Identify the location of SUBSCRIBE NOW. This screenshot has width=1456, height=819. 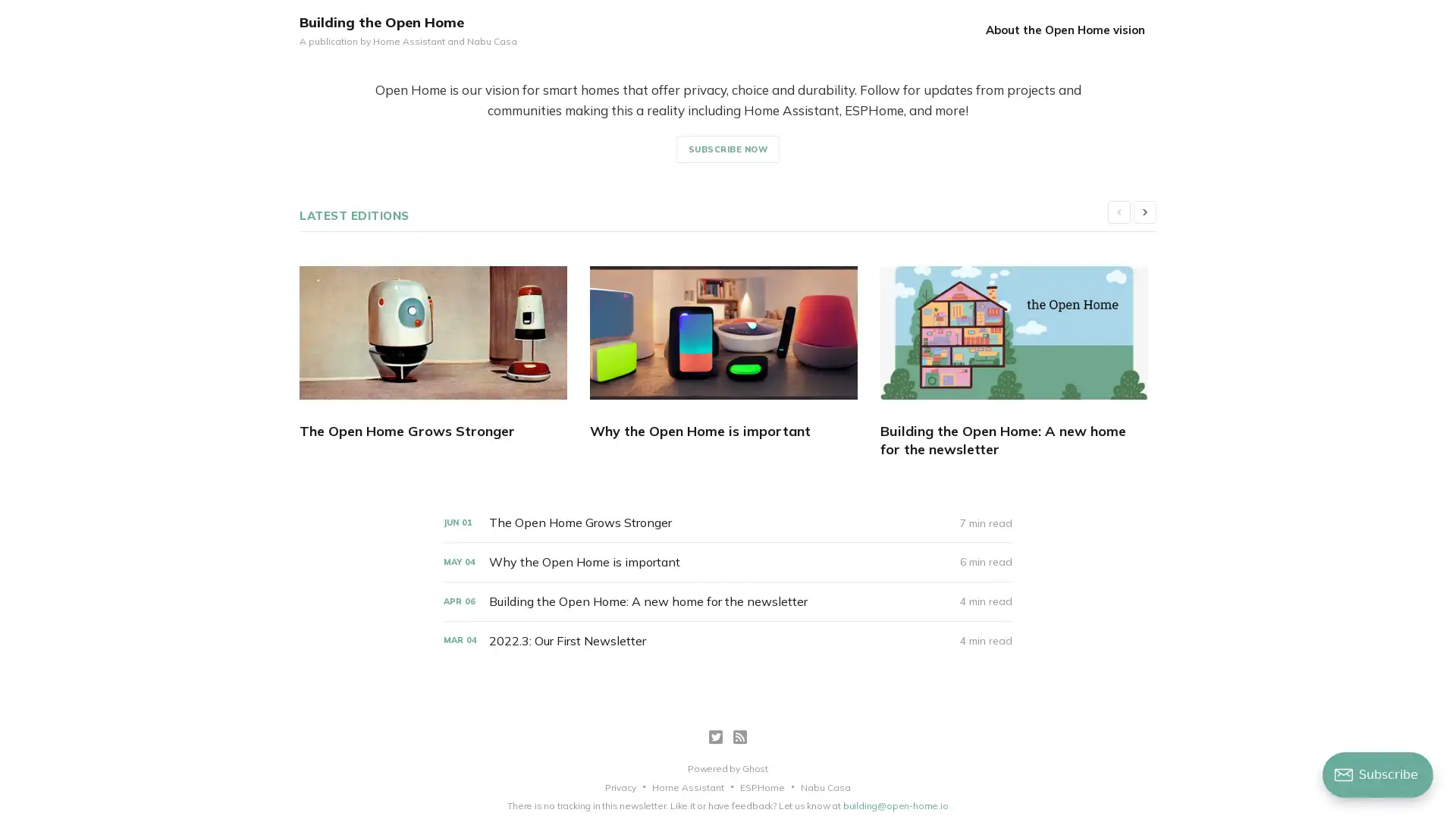
(726, 149).